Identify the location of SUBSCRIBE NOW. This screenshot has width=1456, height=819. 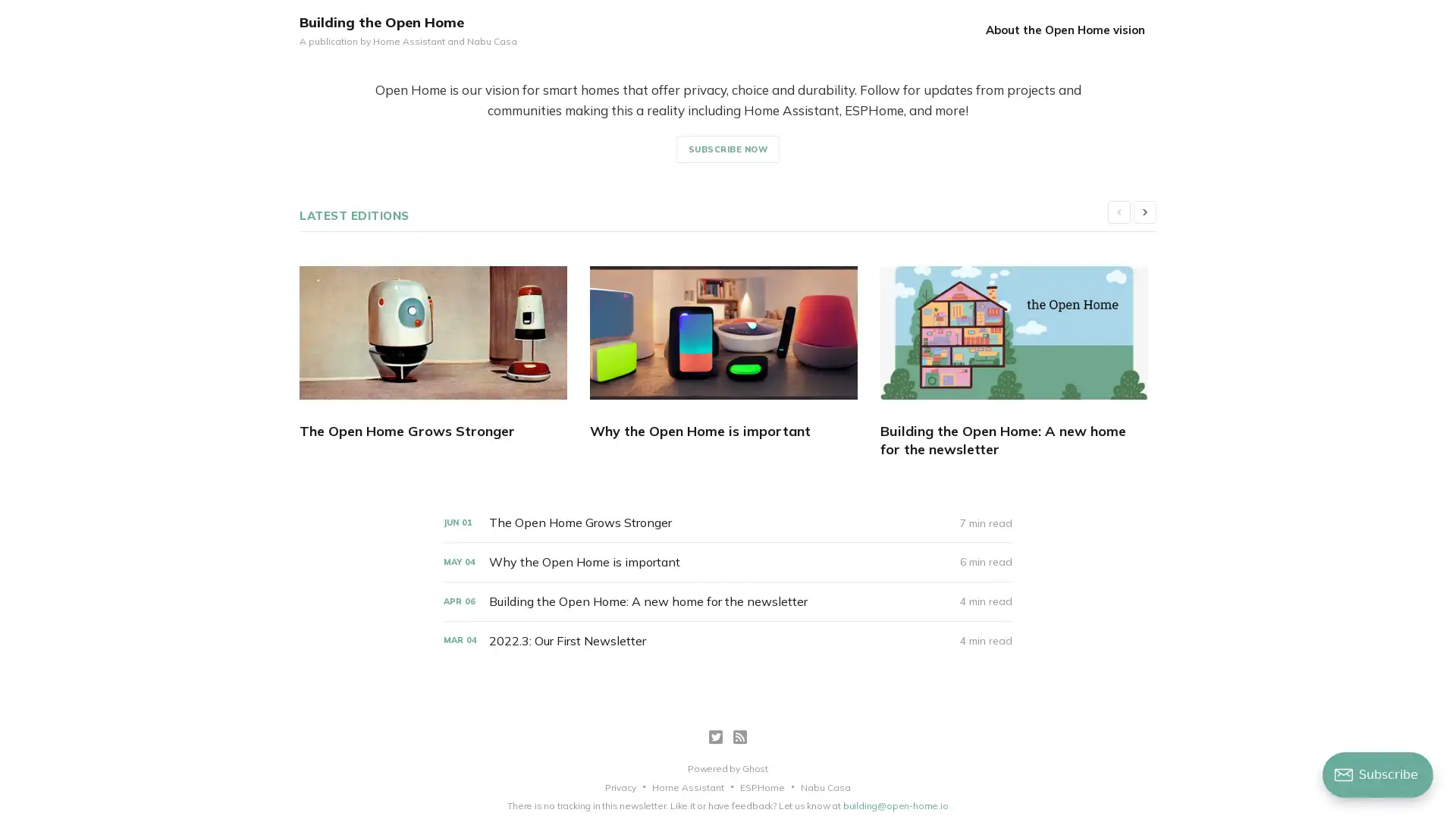
(726, 149).